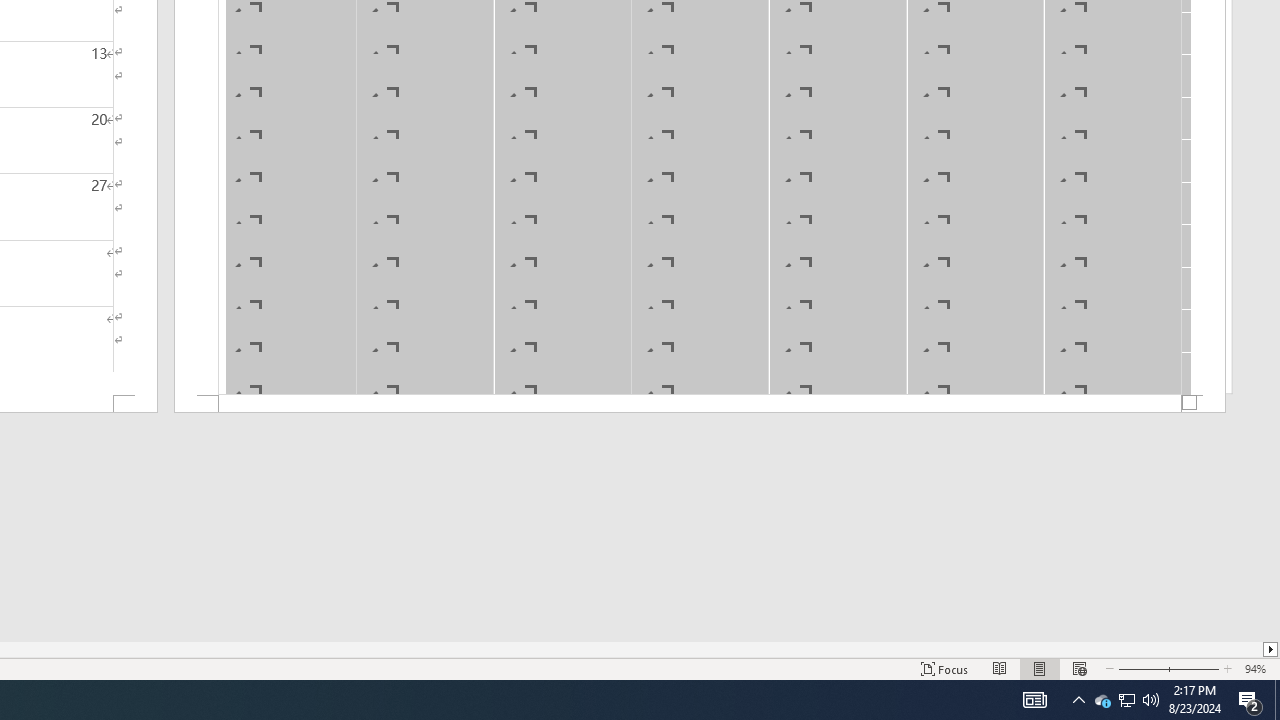 The height and width of the screenshot is (720, 1280). I want to click on 'Column right', so click(1270, 649).